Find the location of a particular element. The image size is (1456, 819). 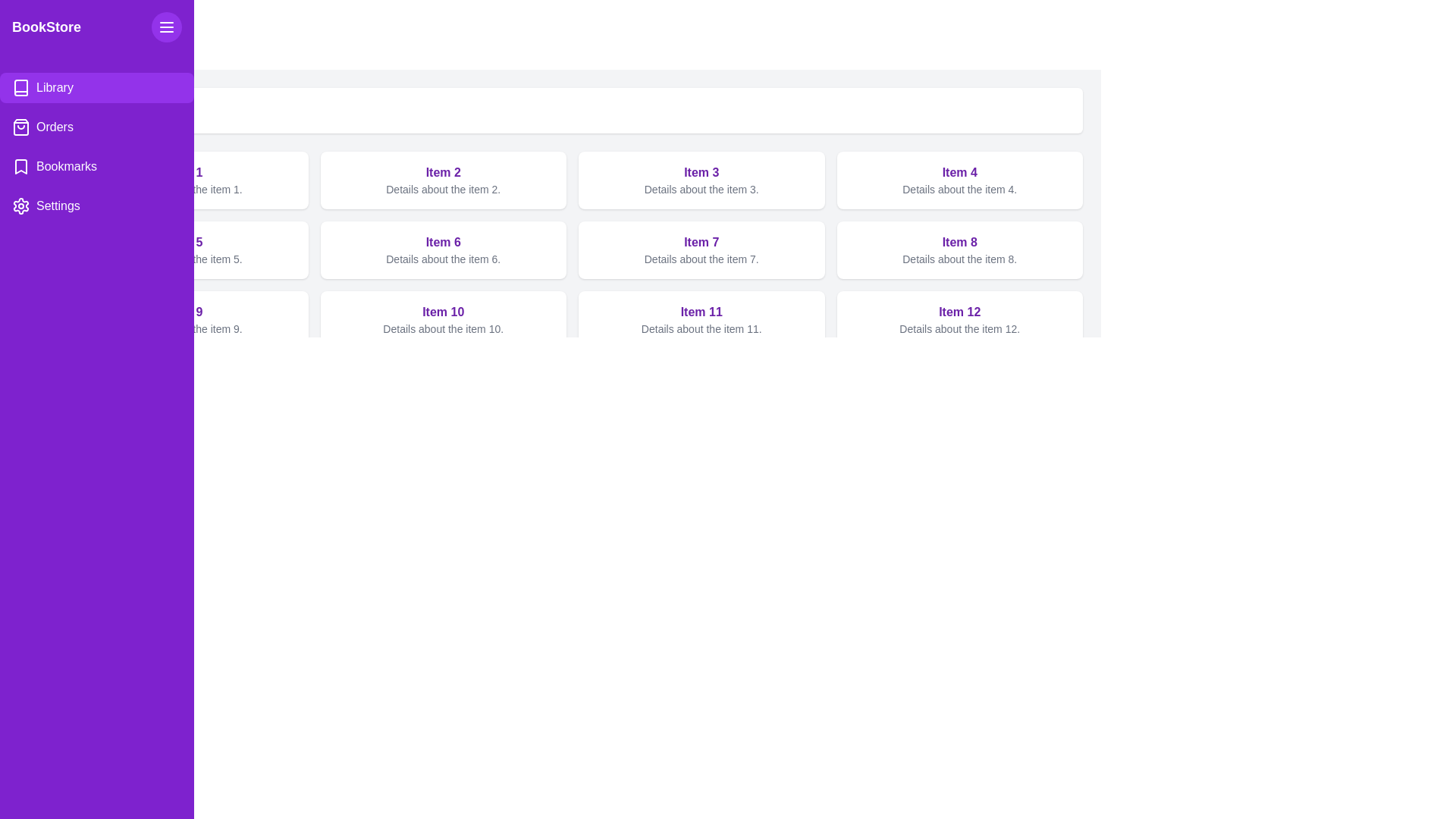

the cogwheel-like icon that represents the 'Settings' functionality located in the left-hand sidebar under the 'Settings' menu item is located at coordinates (21, 206).